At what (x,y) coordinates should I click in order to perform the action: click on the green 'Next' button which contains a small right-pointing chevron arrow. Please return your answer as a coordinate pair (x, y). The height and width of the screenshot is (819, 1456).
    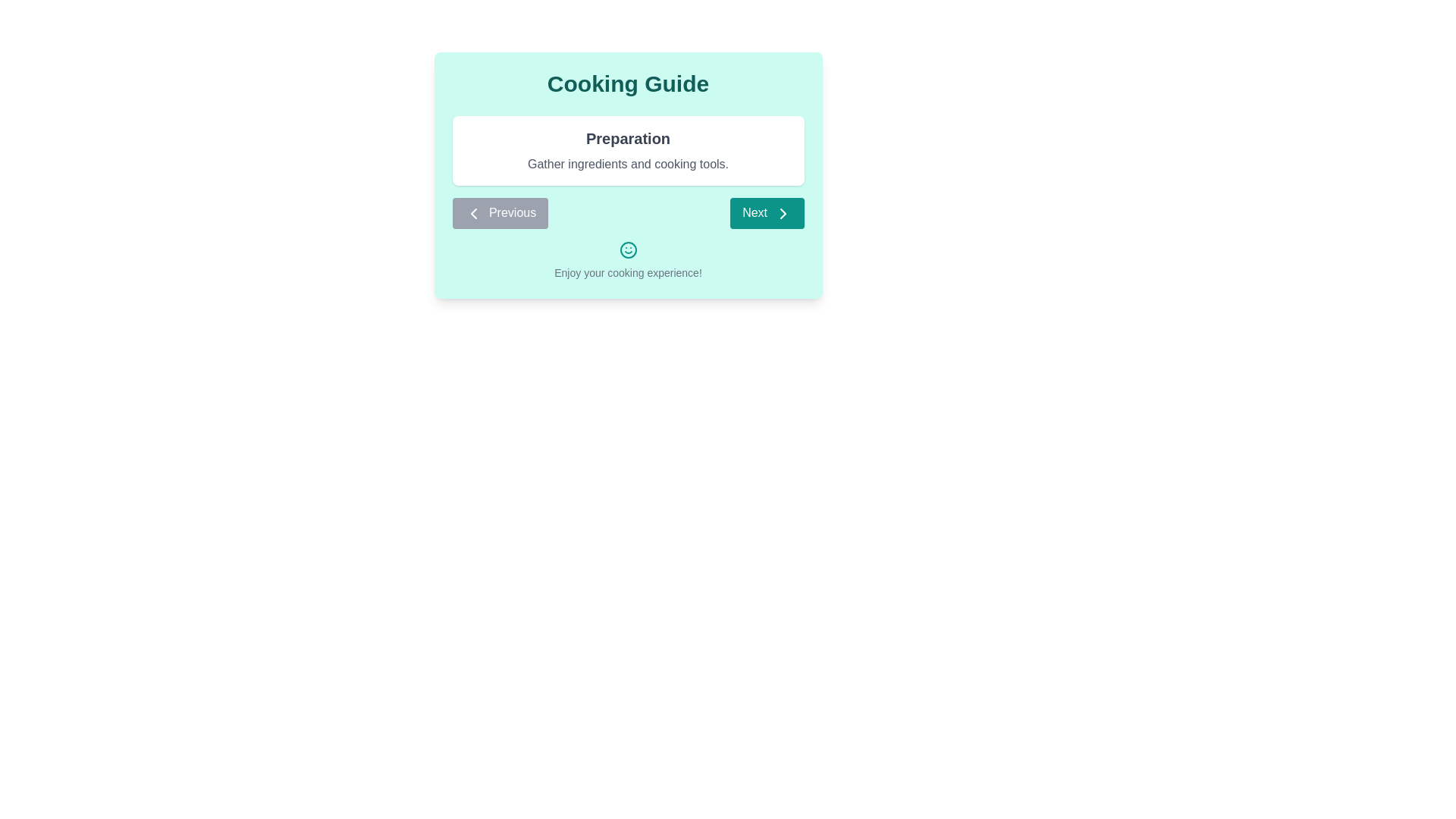
    Looking at the image, I should click on (783, 213).